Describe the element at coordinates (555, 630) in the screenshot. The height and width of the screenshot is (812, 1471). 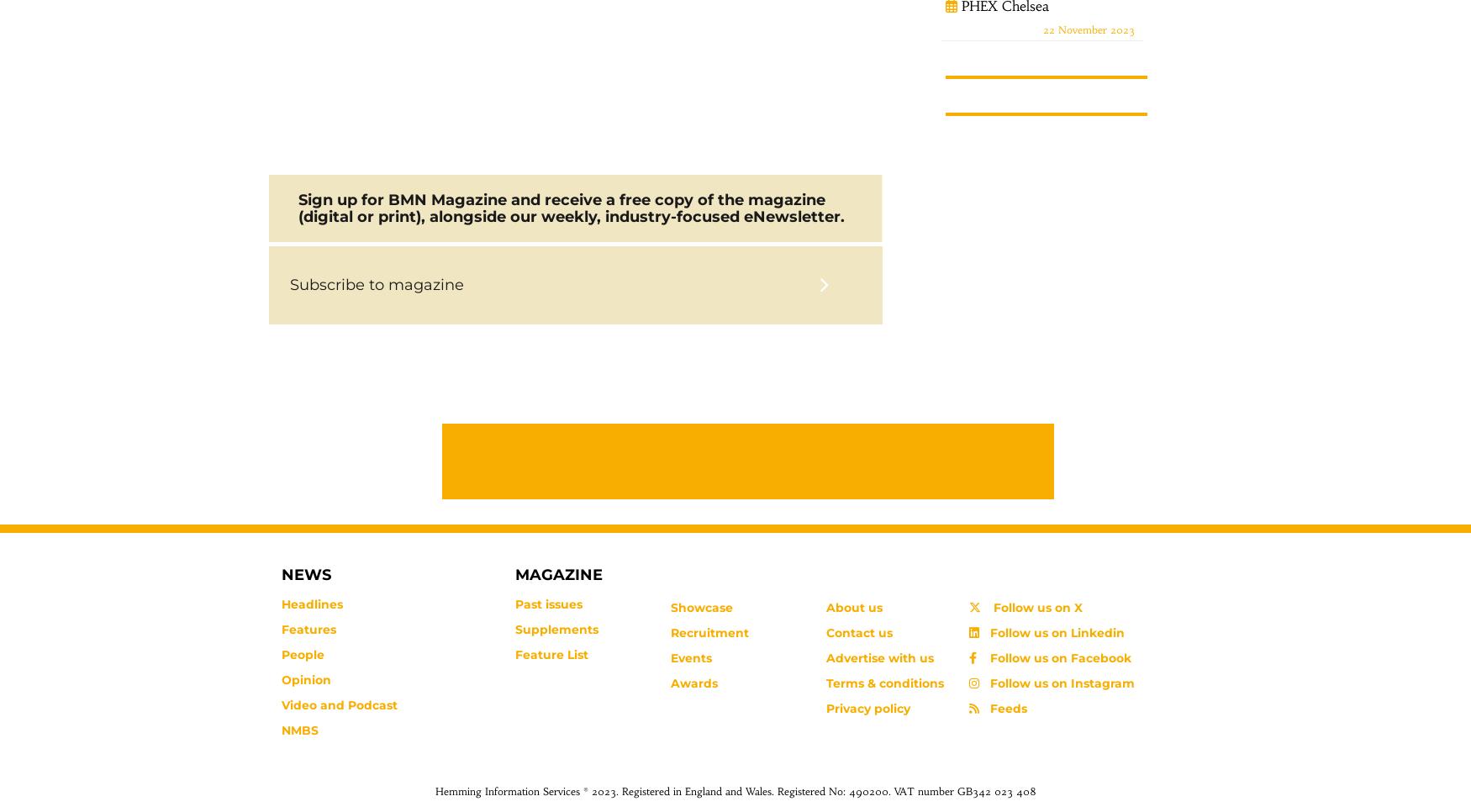
I see `'Supplements'` at that location.